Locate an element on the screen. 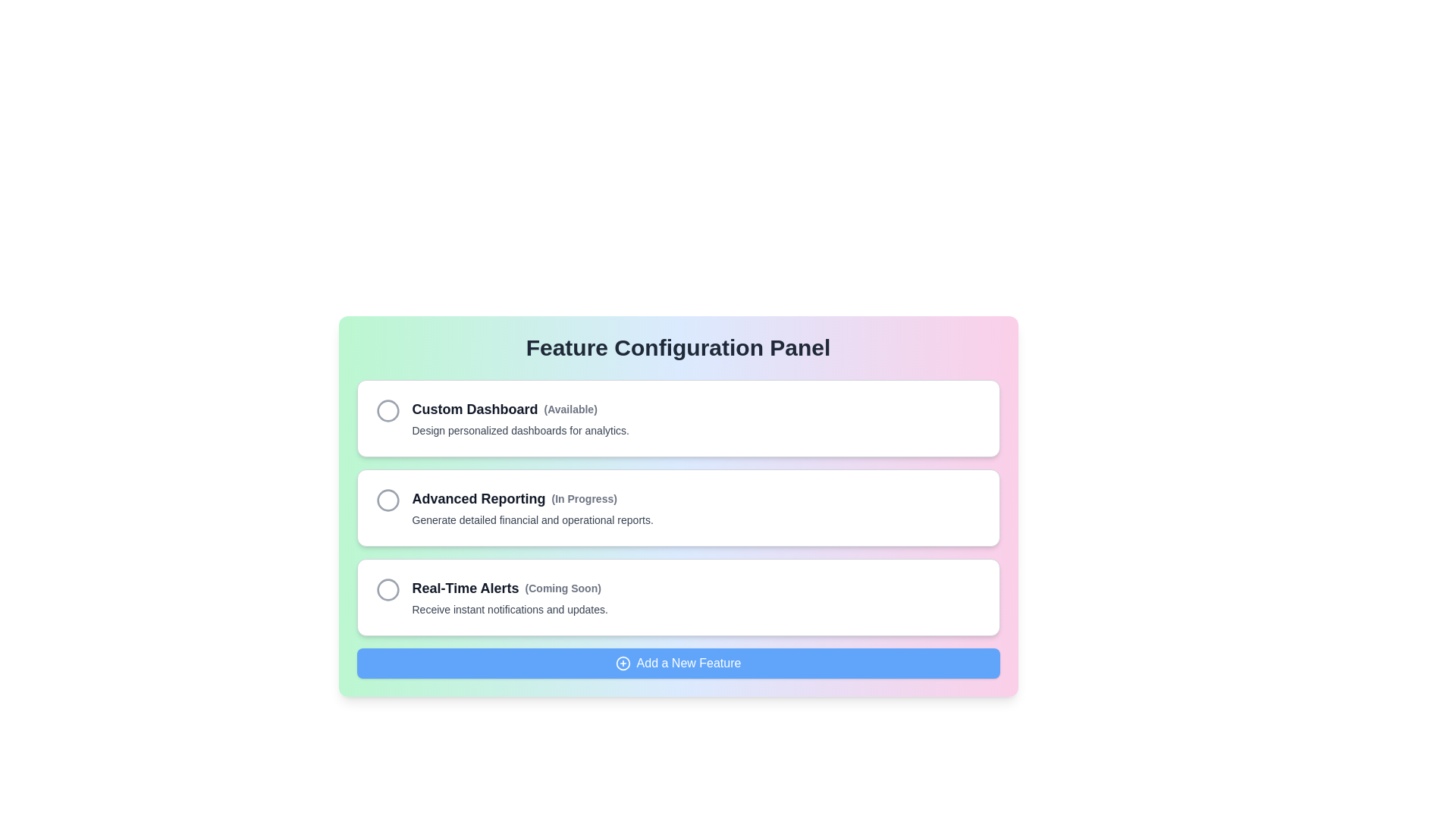 The image size is (1456, 819). the text block titled 'Real-Time Alerts' located in the third feature card, which includes the description '(Coming Soon)' and 'Receive instant notifications and updates.' is located at coordinates (510, 596).